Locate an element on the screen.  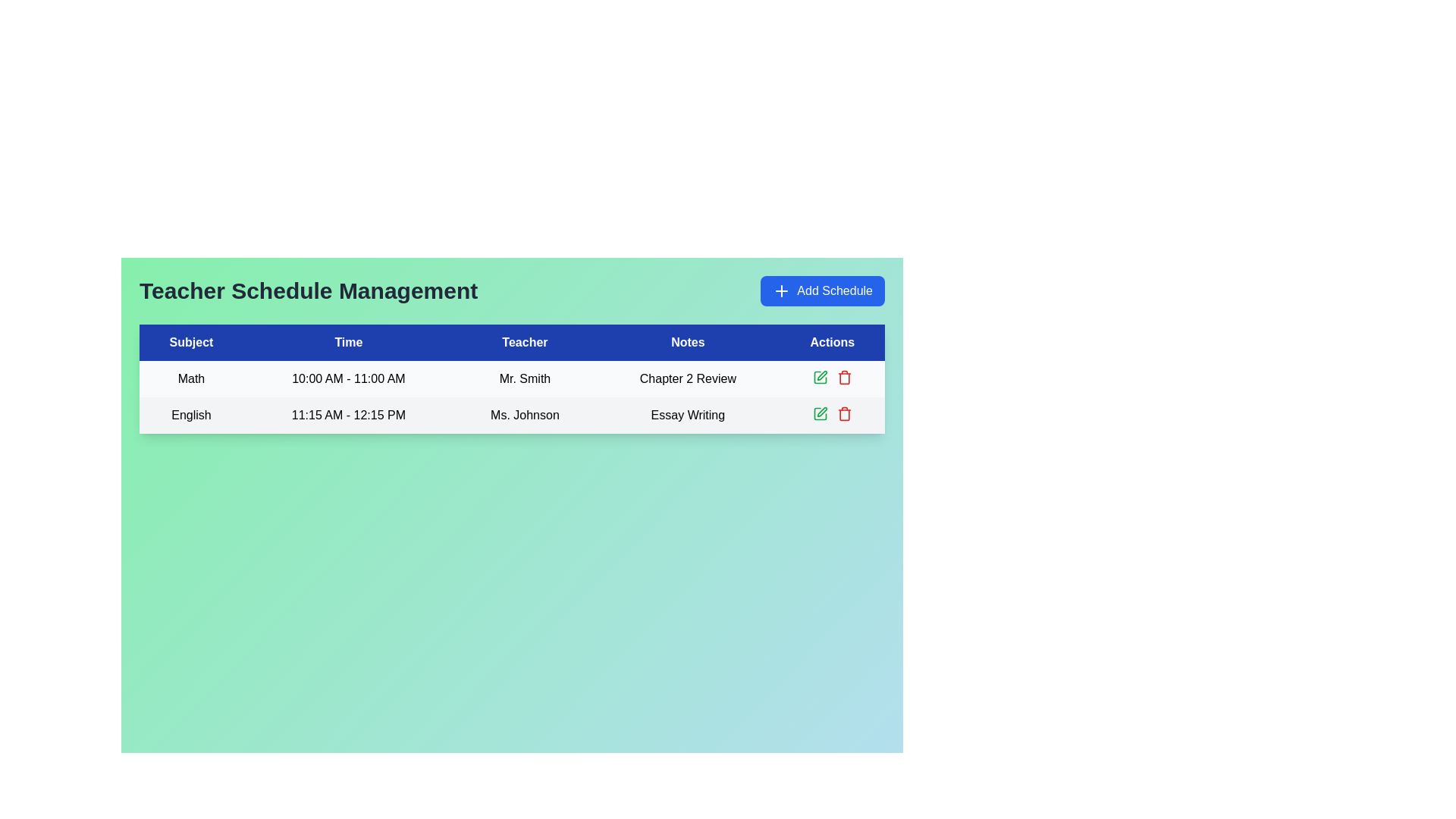
the first column header of the schedule management table, which indicates the subject names for scheduled classes is located at coordinates (190, 342).